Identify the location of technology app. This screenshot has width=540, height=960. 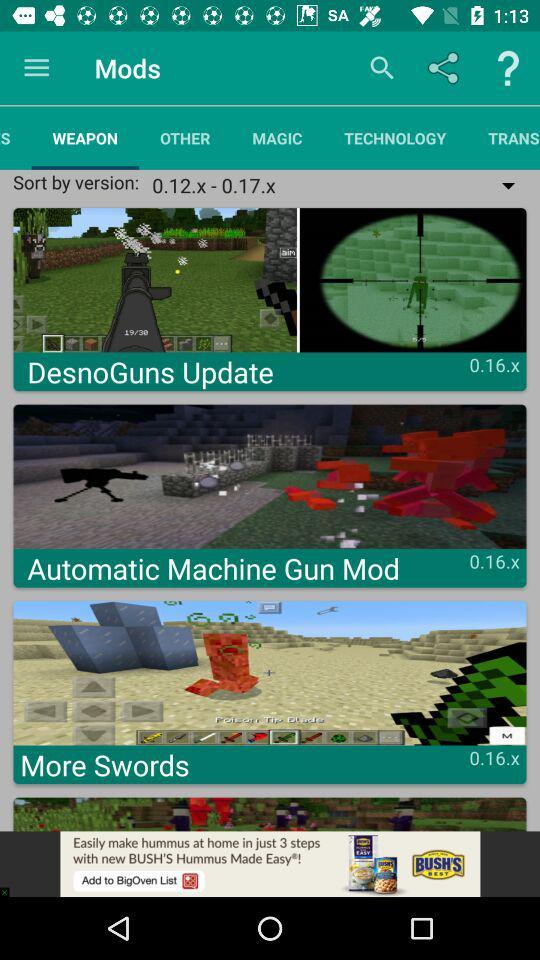
(395, 137).